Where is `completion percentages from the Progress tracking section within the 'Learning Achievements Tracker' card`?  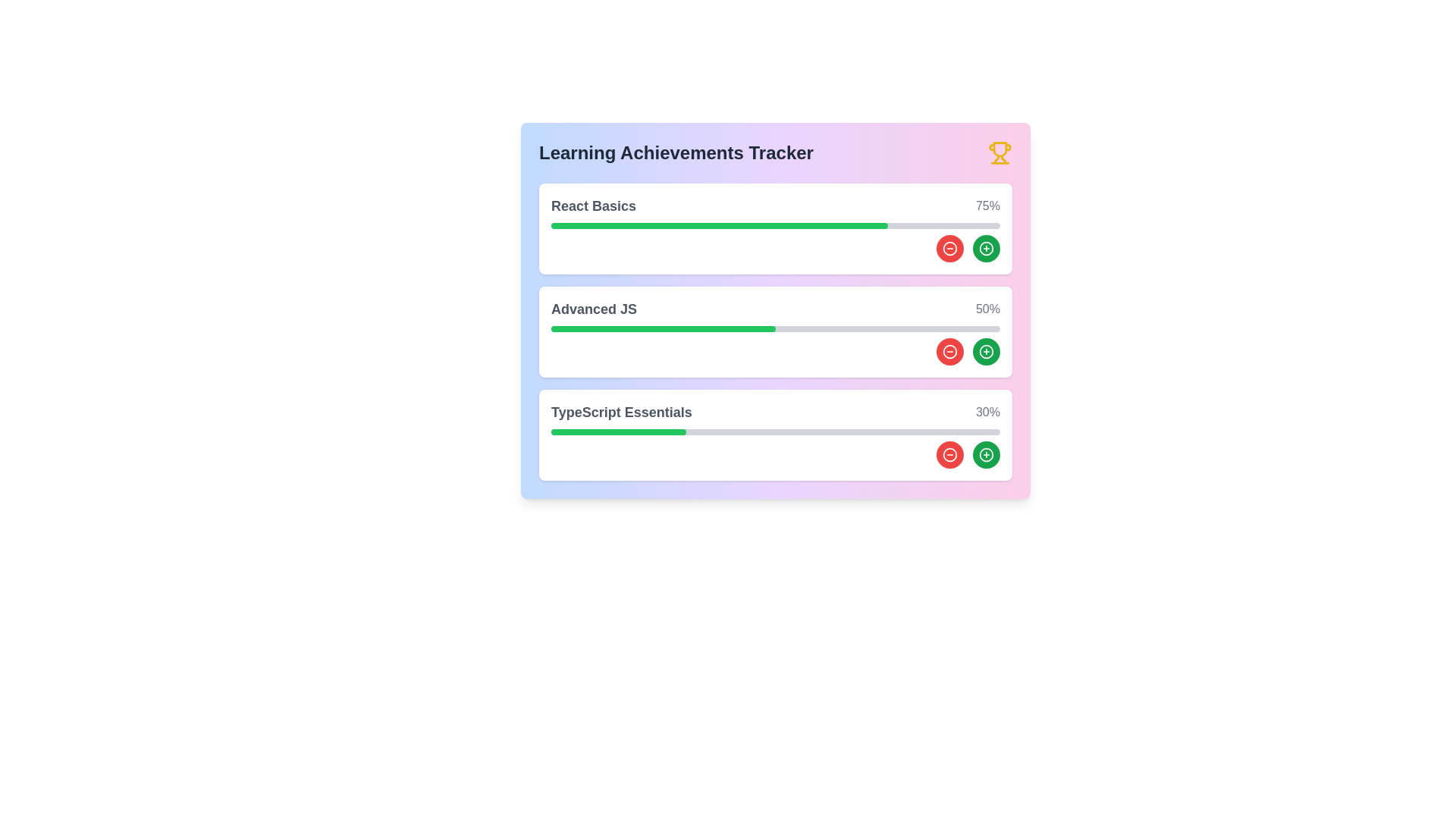
completion percentages from the Progress tracking section within the 'Learning Achievements Tracker' card is located at coordinates (775, 331).